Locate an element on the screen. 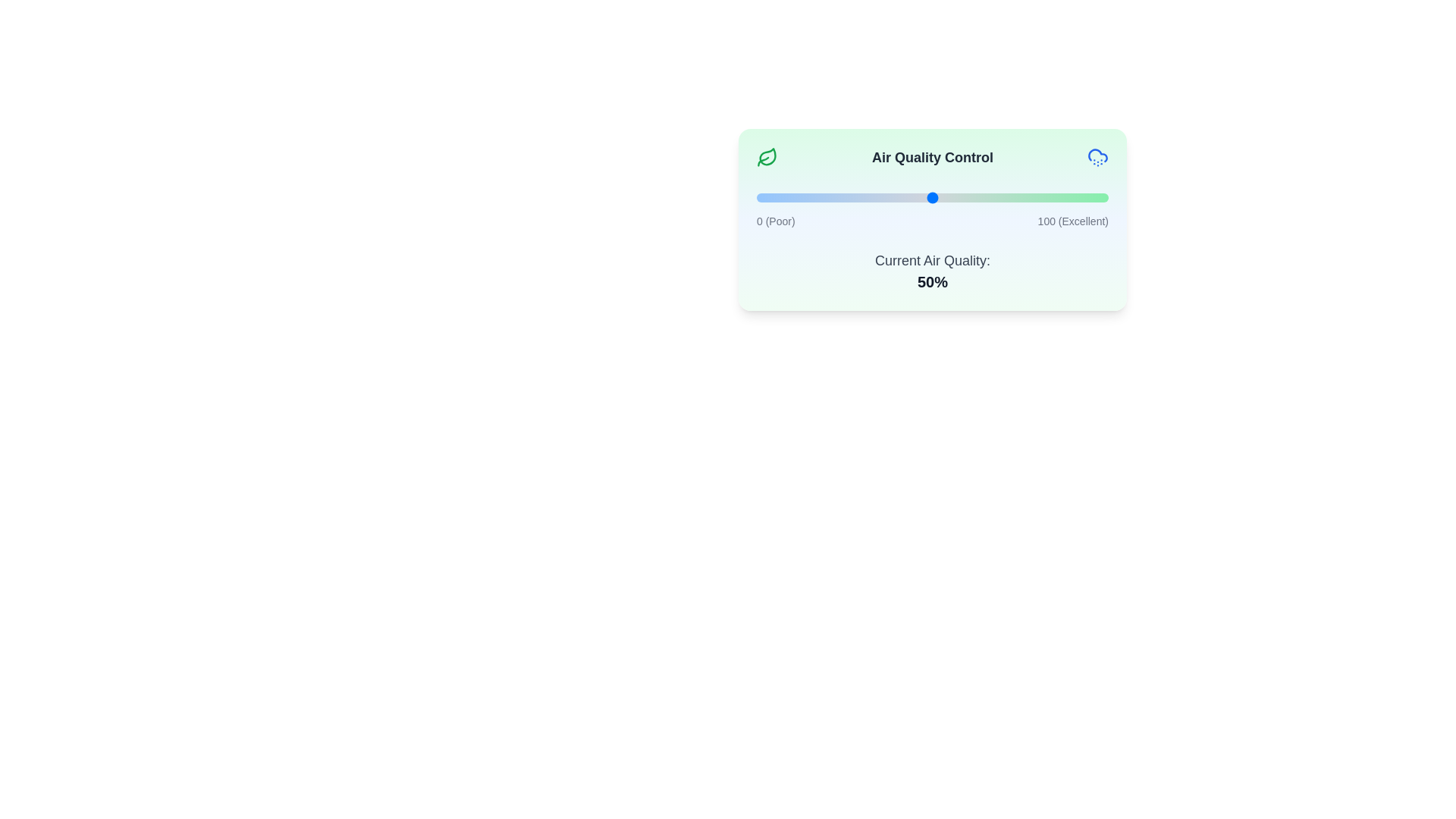 This screenshot has width=1456, height=819. the air quality slider to 88% is located at coordinates (1065, 197).